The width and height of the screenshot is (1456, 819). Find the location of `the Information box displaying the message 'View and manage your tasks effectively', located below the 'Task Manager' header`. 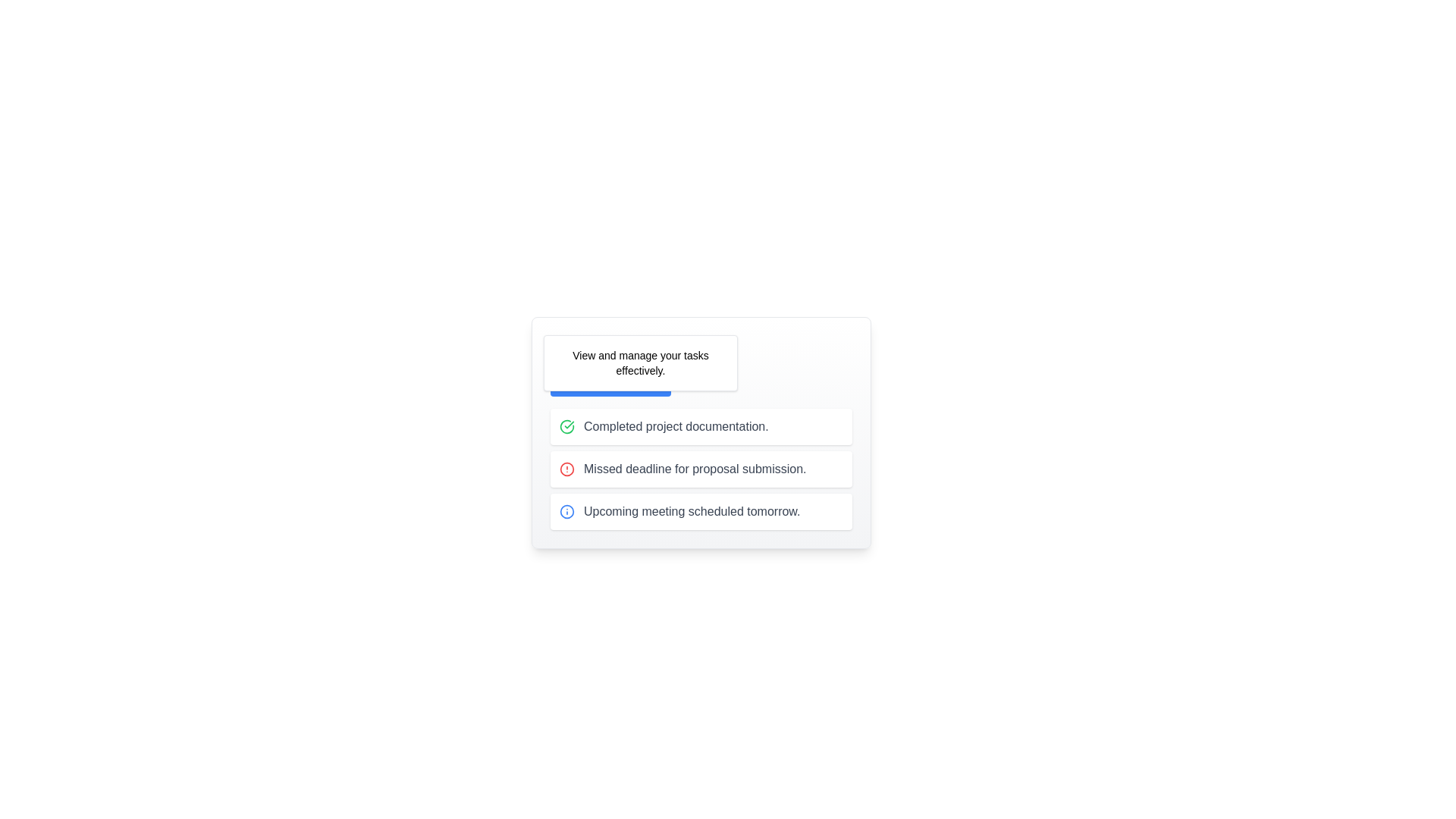

the Information box displaying the message 'View and manage your tasks effectively', located below the 'Task Manager' header is located at coordinates (640, 362).